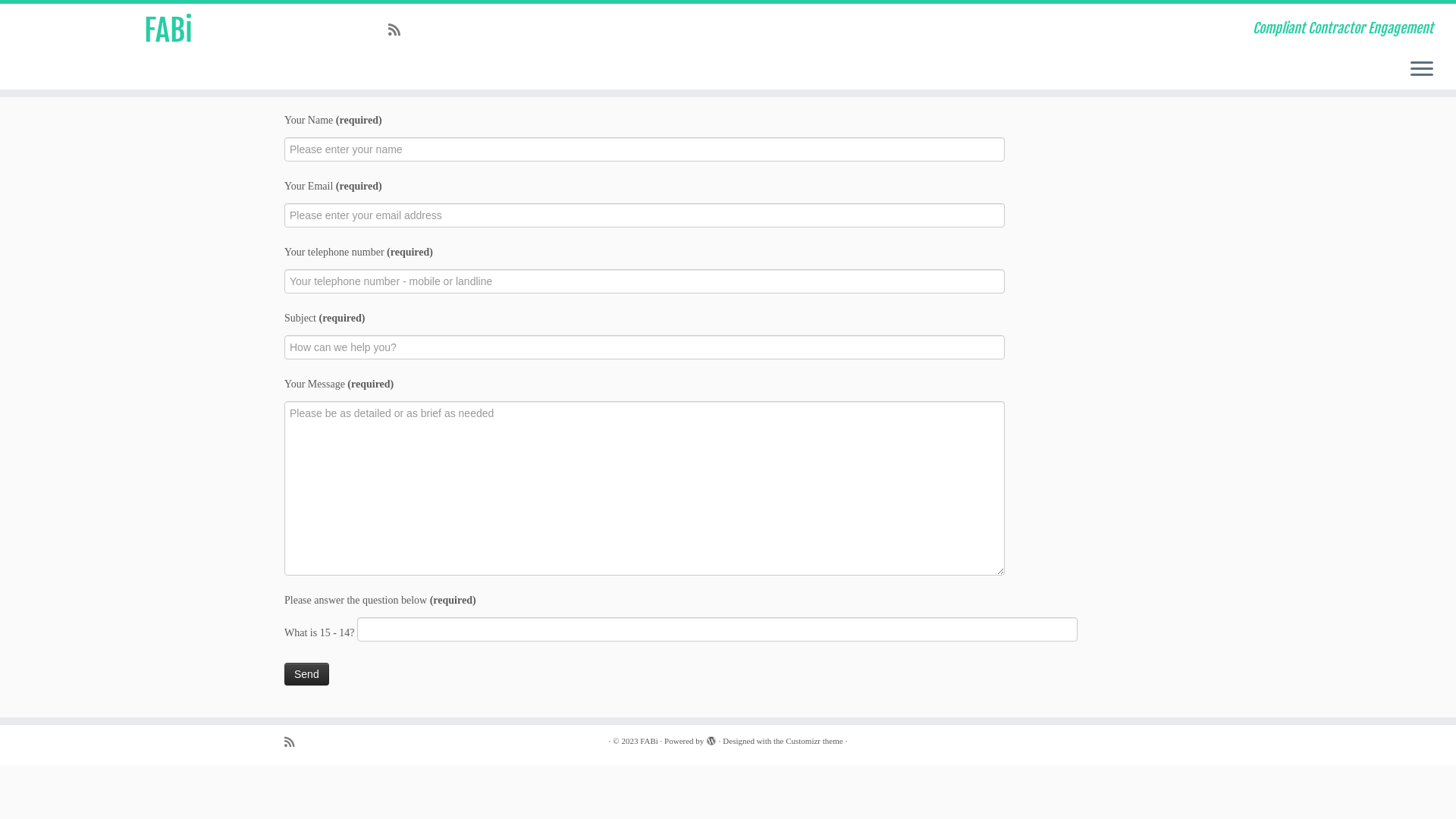  I want to click on 'Powered by WordPress', so click(710, 738).